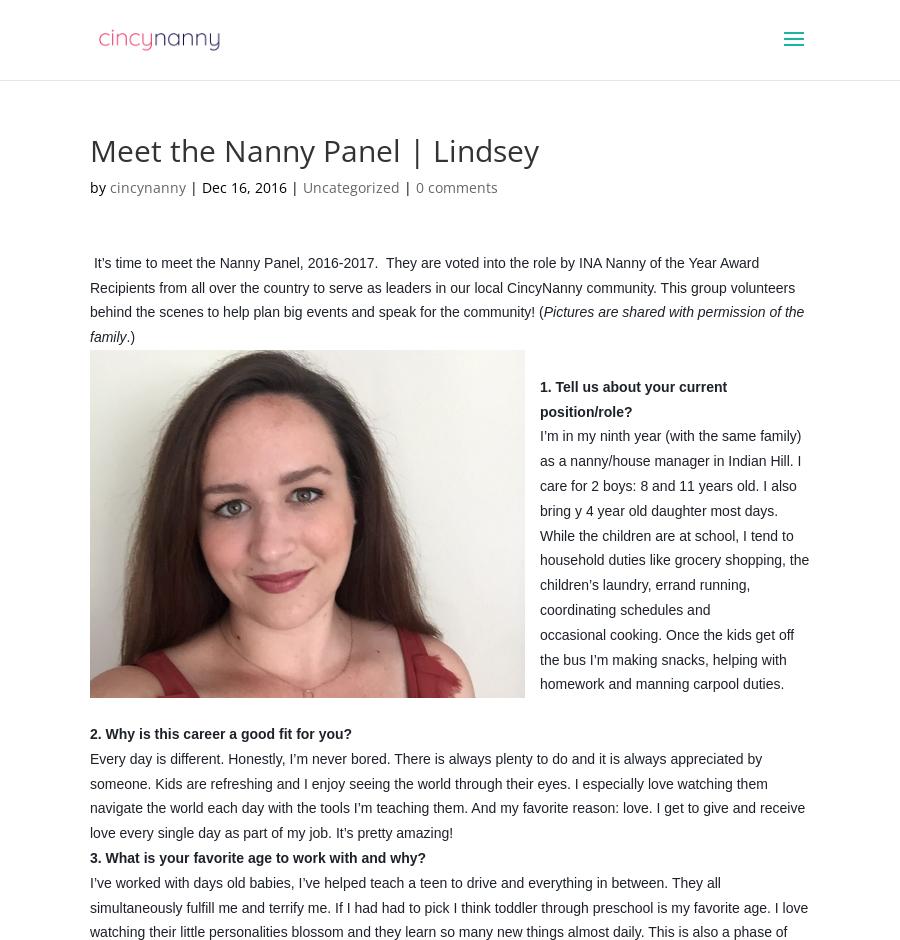  I want to click on 'Uncategorized', so click(351, 187).